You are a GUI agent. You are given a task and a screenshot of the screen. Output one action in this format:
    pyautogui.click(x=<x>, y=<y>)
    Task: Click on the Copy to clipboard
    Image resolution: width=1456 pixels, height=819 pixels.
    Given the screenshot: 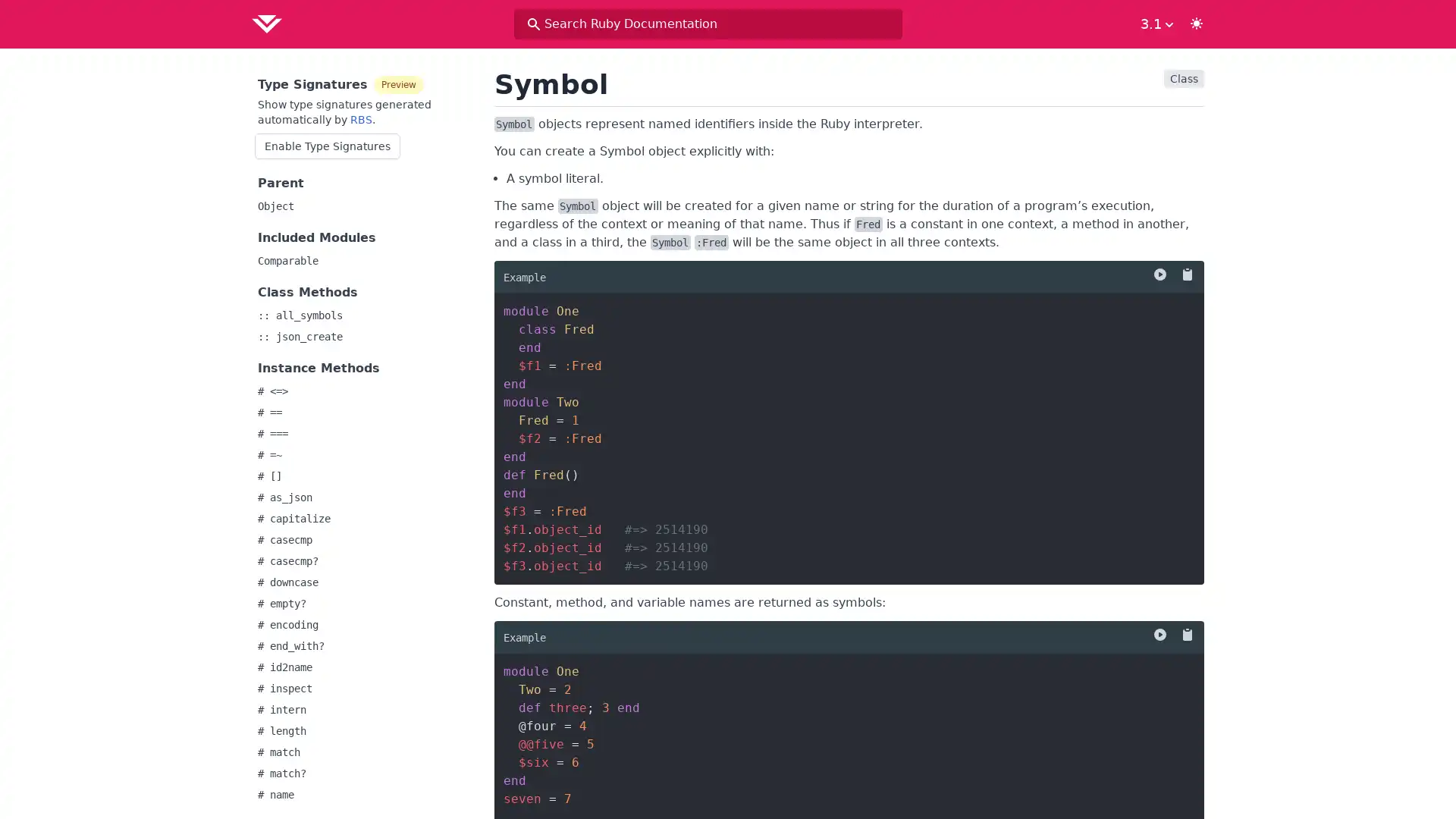 What is the action you would take?
    pyautogui.click(x=1183, y=275)
    